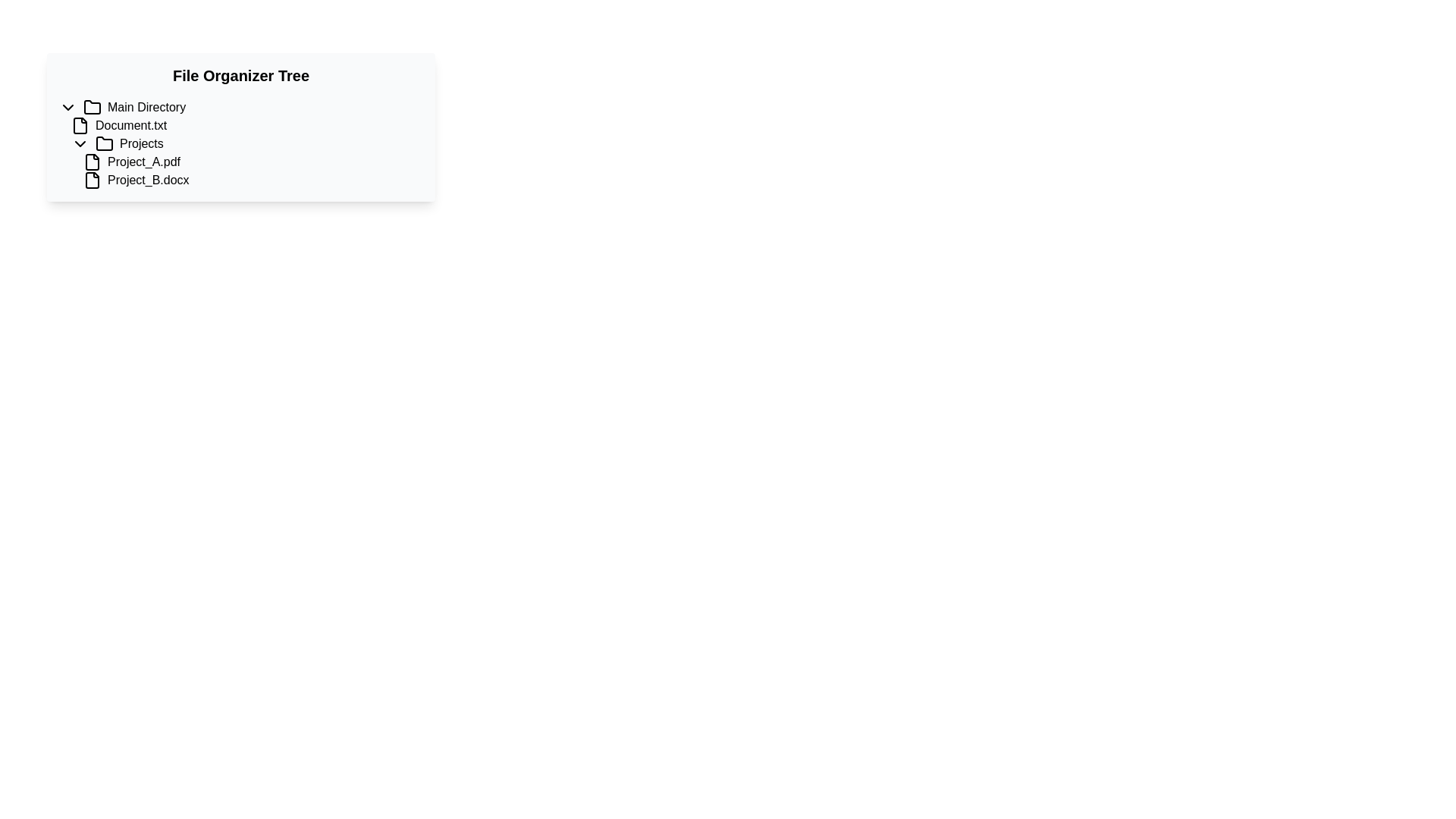 The width and height of the screenshot is (1456, 819). What do you see at coordinates (240, 107) in the screenshot?
I see `the collapsible tree node labeled 'Main Directory'` at bounding box center [240, 107].